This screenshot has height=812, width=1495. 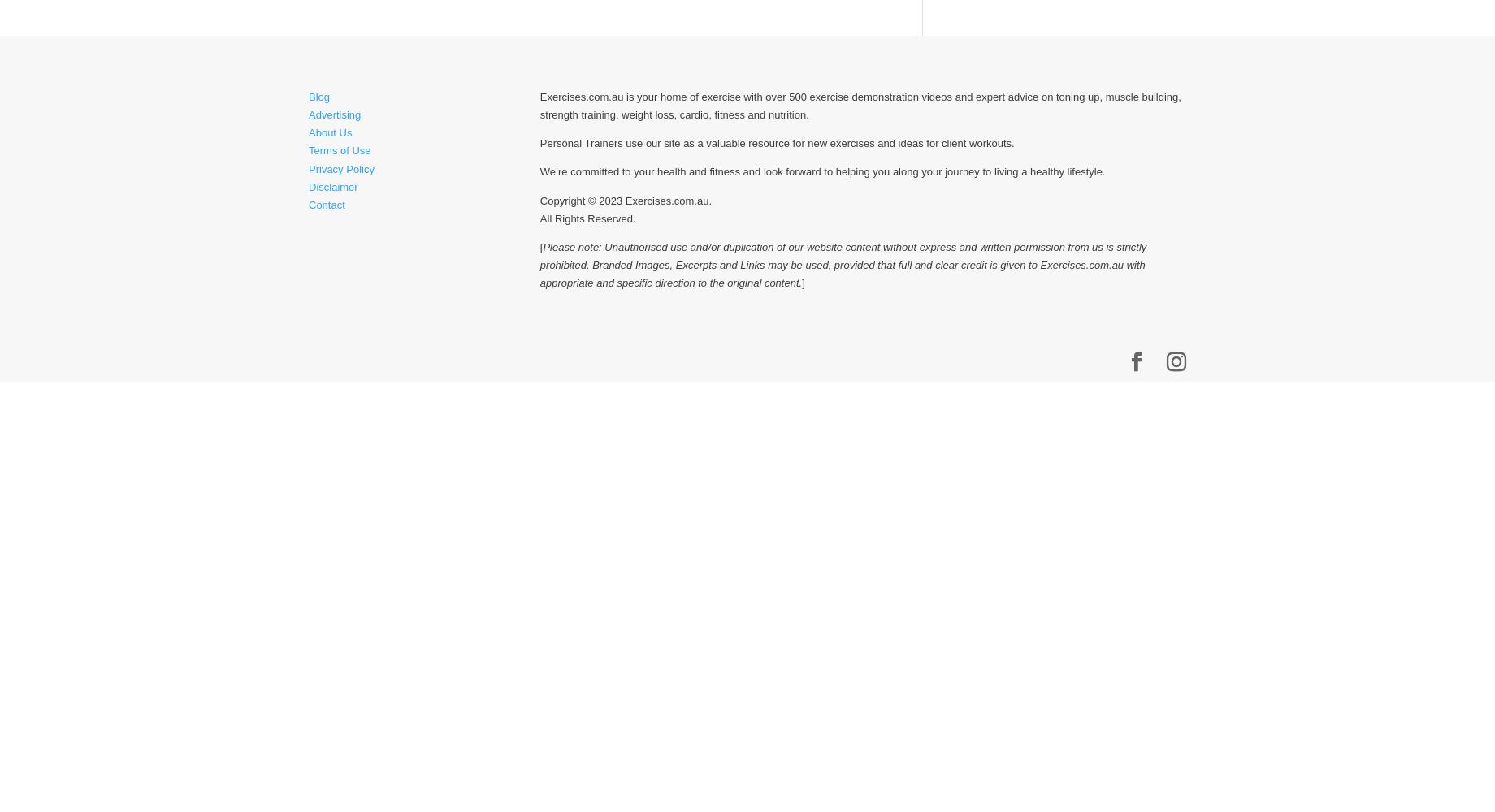 I want to click on 'Copyright © 2023 Exercises.com.au.', so click(x=539, y=199).